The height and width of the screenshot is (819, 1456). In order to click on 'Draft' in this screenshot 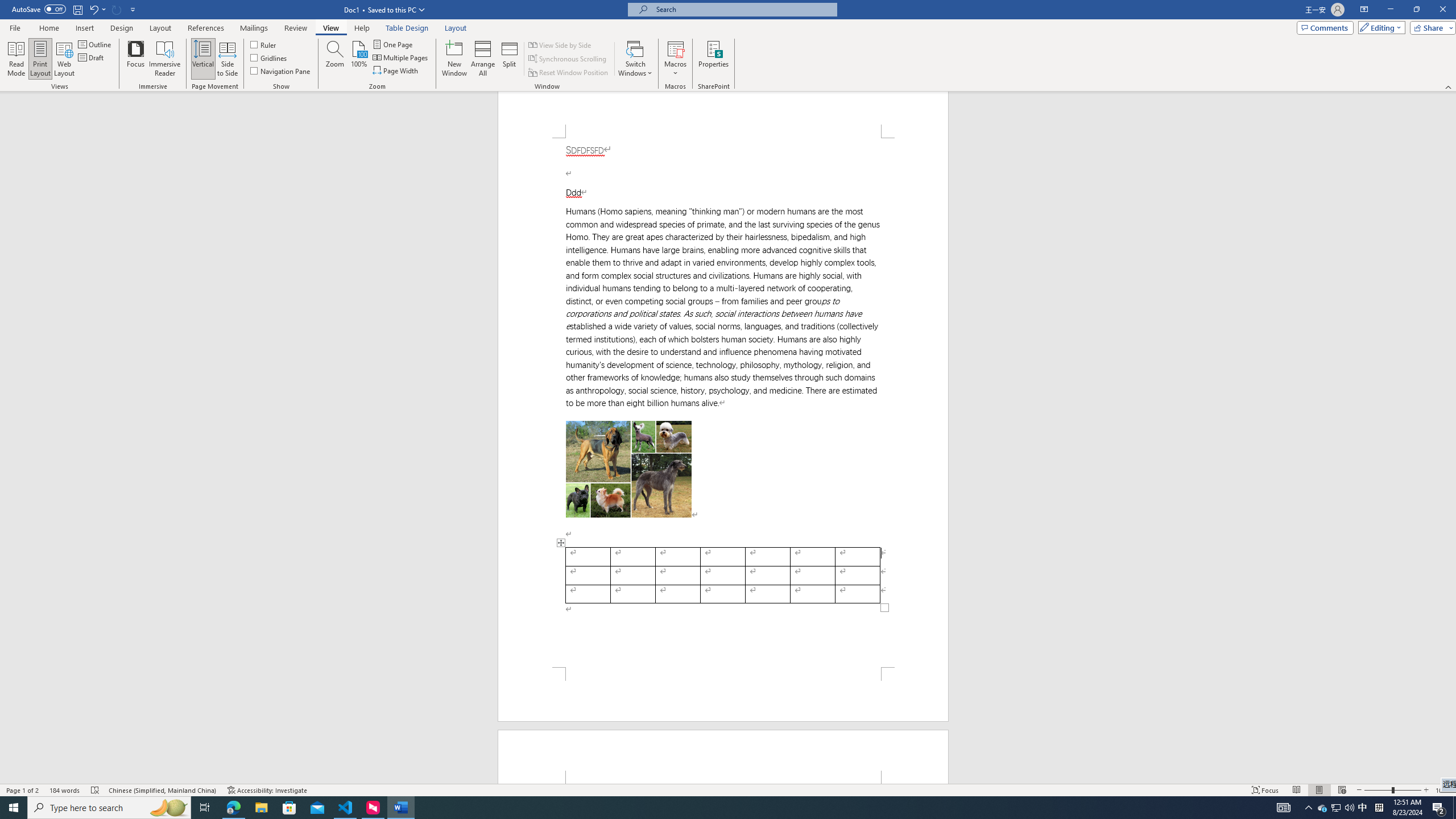, I will do `click(91, 56)`.